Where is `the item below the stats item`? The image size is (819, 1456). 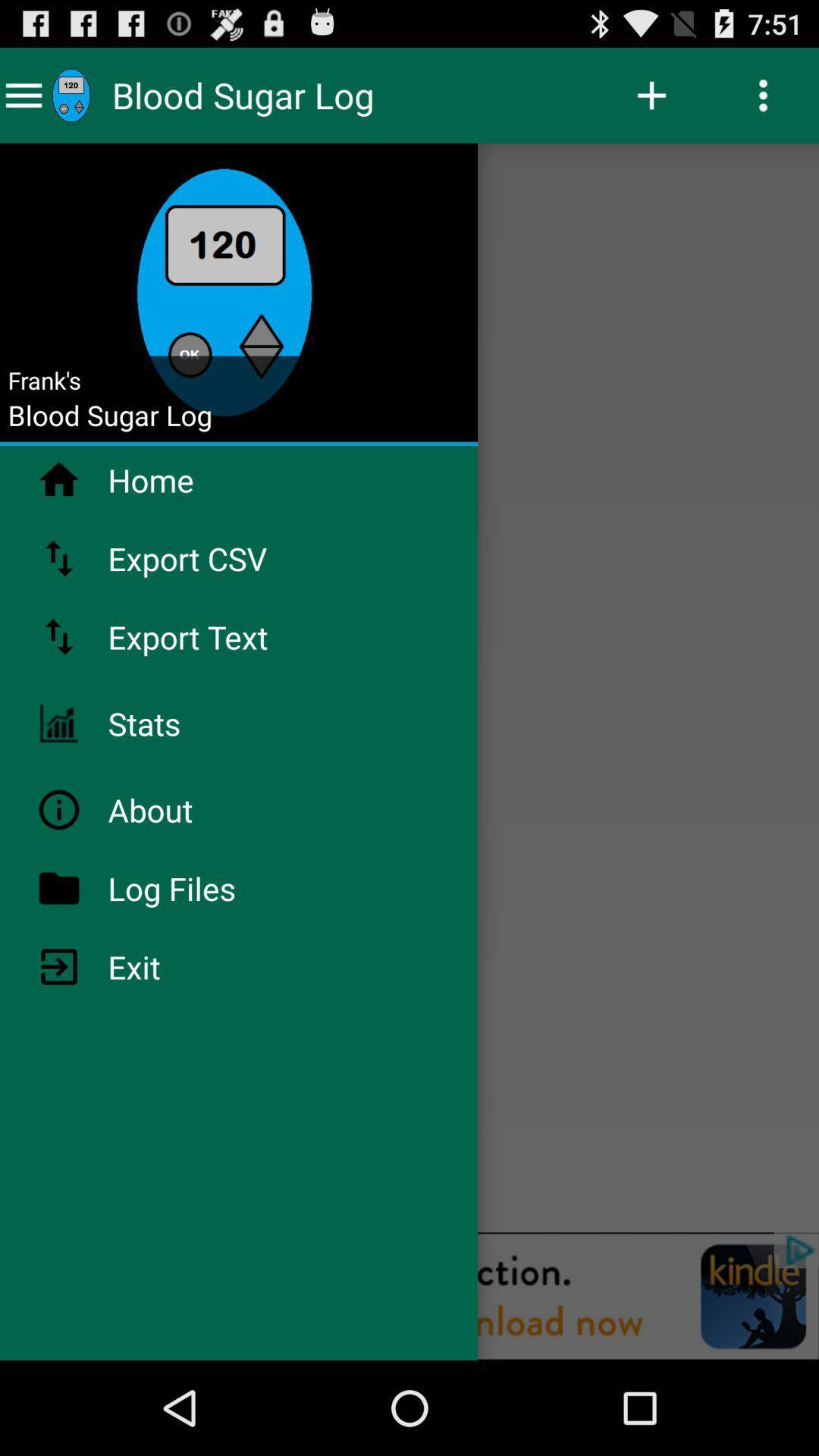
the item below the stats item is located at coordinates (189, 809).